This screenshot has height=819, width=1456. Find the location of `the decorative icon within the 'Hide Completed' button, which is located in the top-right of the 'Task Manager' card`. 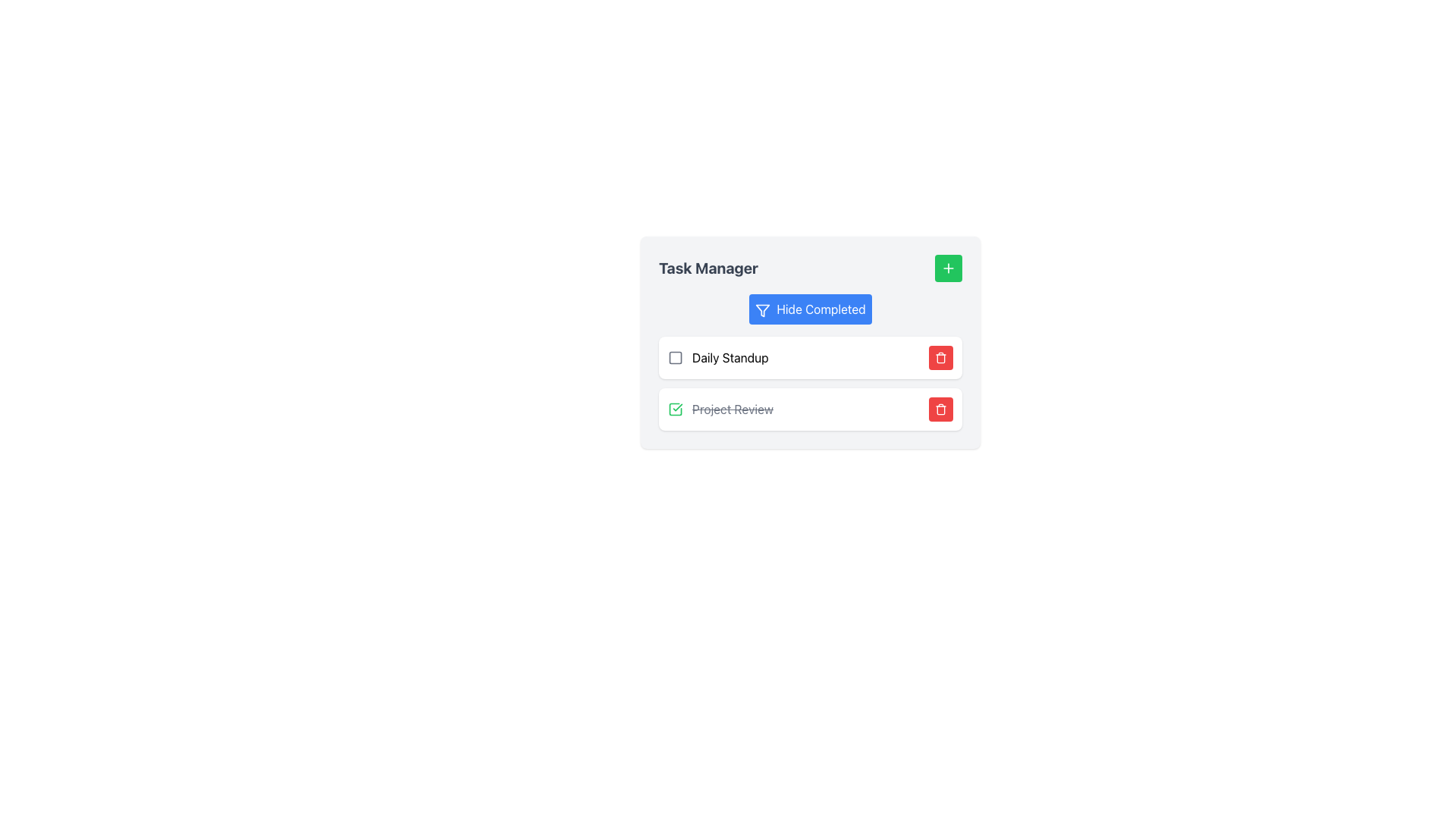

the decorative icon within the 'Hide Completed' button, which is located in the top-right of the 'Task Manager' card is located at coordinates (763, 309).